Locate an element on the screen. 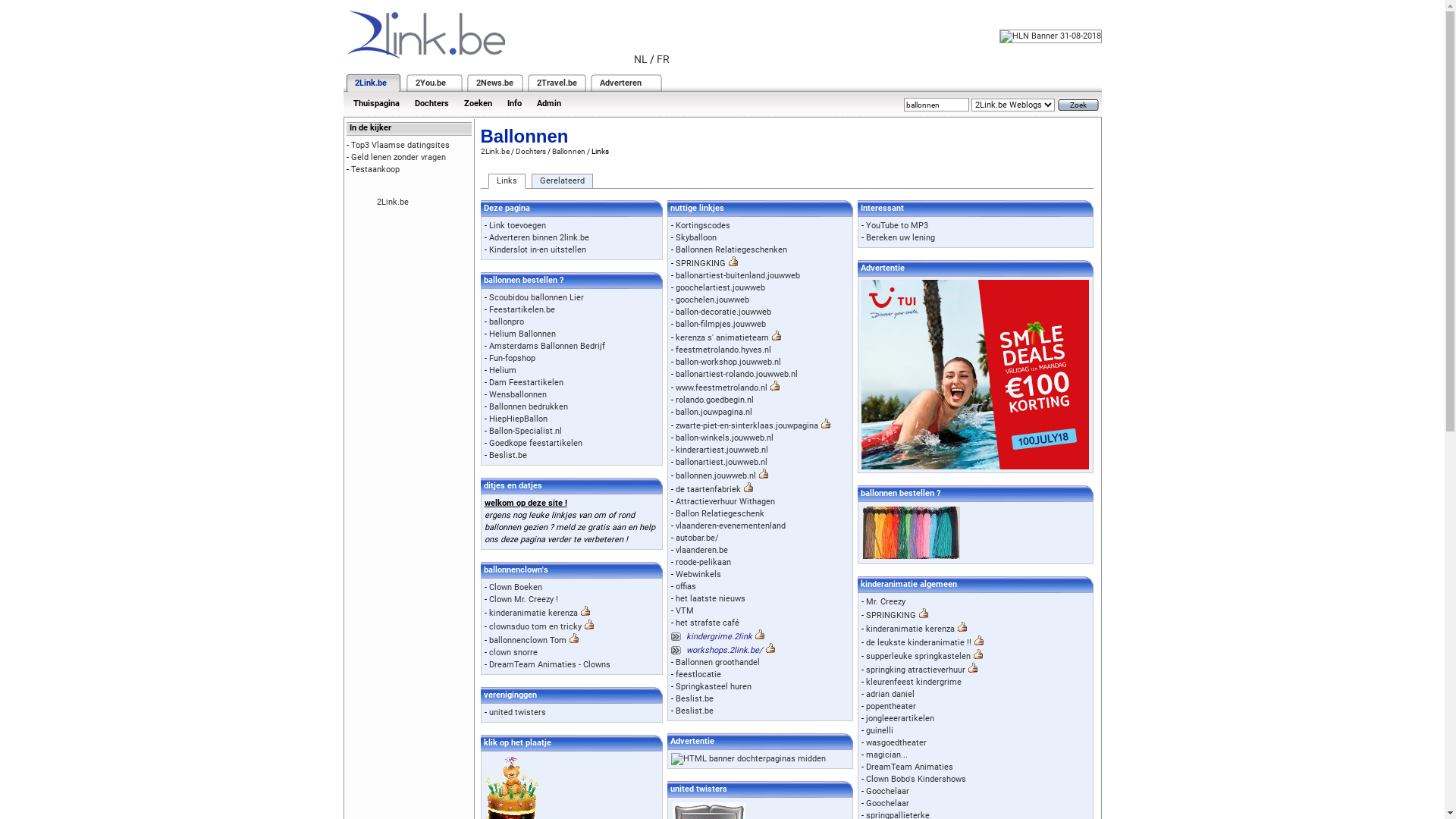 The width and height of the screenshot is (1456, 819). 'het laatste nieuws' is located at coordinates (709, 598).